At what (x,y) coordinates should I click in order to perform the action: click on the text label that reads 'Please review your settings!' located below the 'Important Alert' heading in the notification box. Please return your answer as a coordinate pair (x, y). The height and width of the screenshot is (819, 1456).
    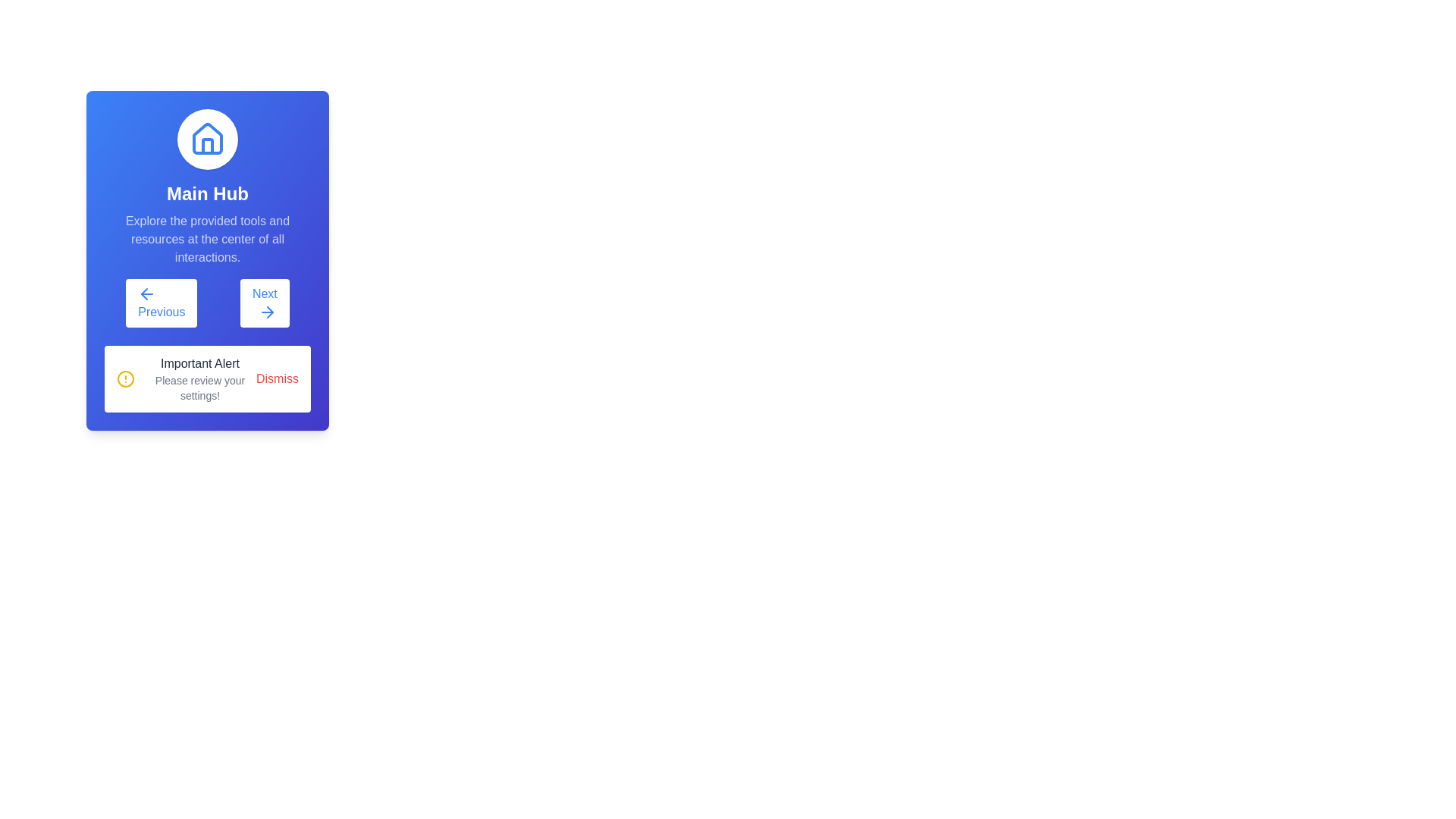
    Looking at the image, I should click on (199, 388).